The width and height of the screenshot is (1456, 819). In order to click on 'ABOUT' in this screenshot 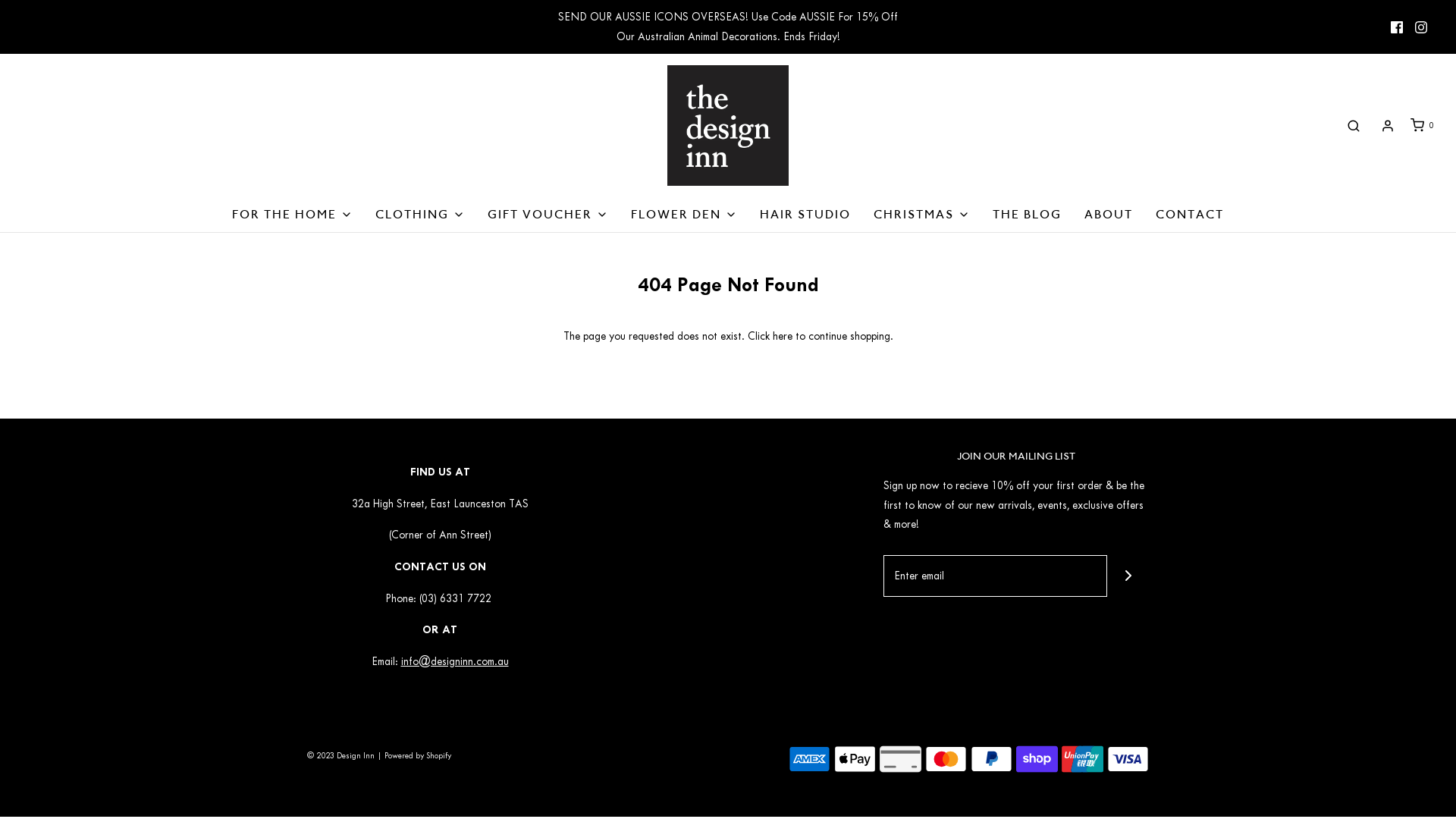, I will do `click(1084, 214)`.